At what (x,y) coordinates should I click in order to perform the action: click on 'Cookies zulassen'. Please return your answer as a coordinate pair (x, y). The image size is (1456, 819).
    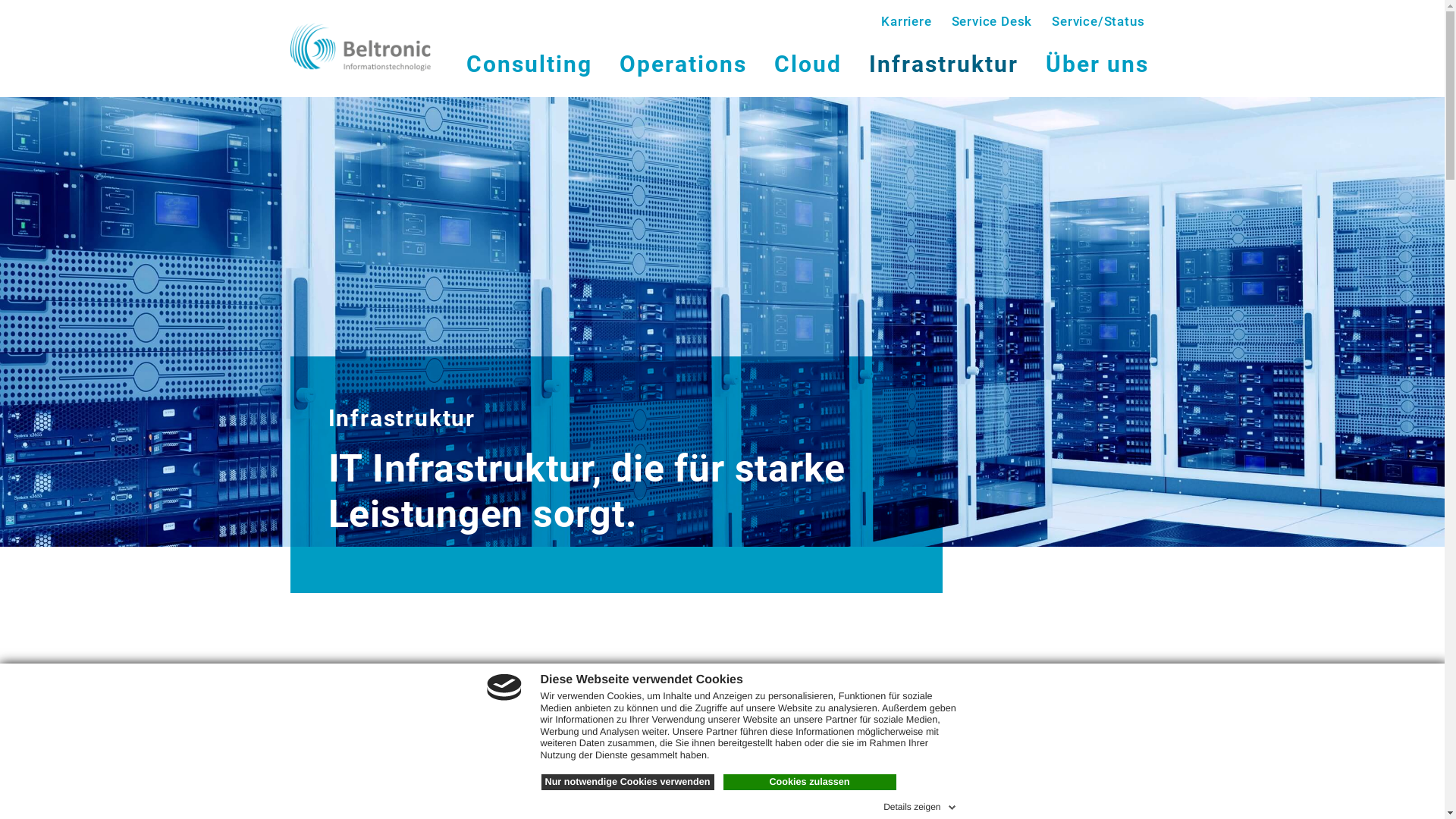
    Looking at the image, I should click on (809, 783).